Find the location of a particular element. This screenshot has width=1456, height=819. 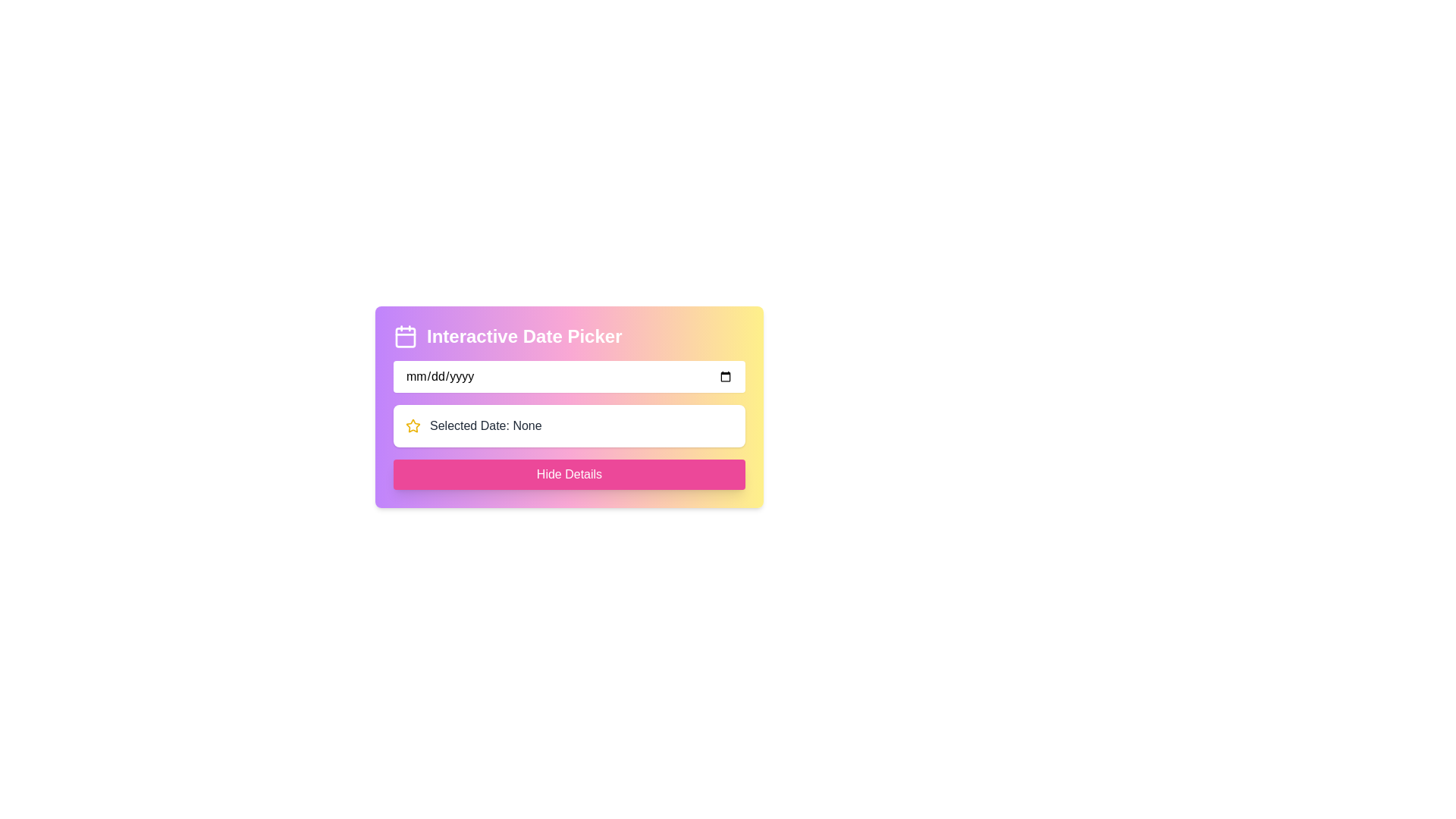

the star icon, which is a decorative SVG element located in the top-right section of the date selection interface is located at coordinates (413, 425).